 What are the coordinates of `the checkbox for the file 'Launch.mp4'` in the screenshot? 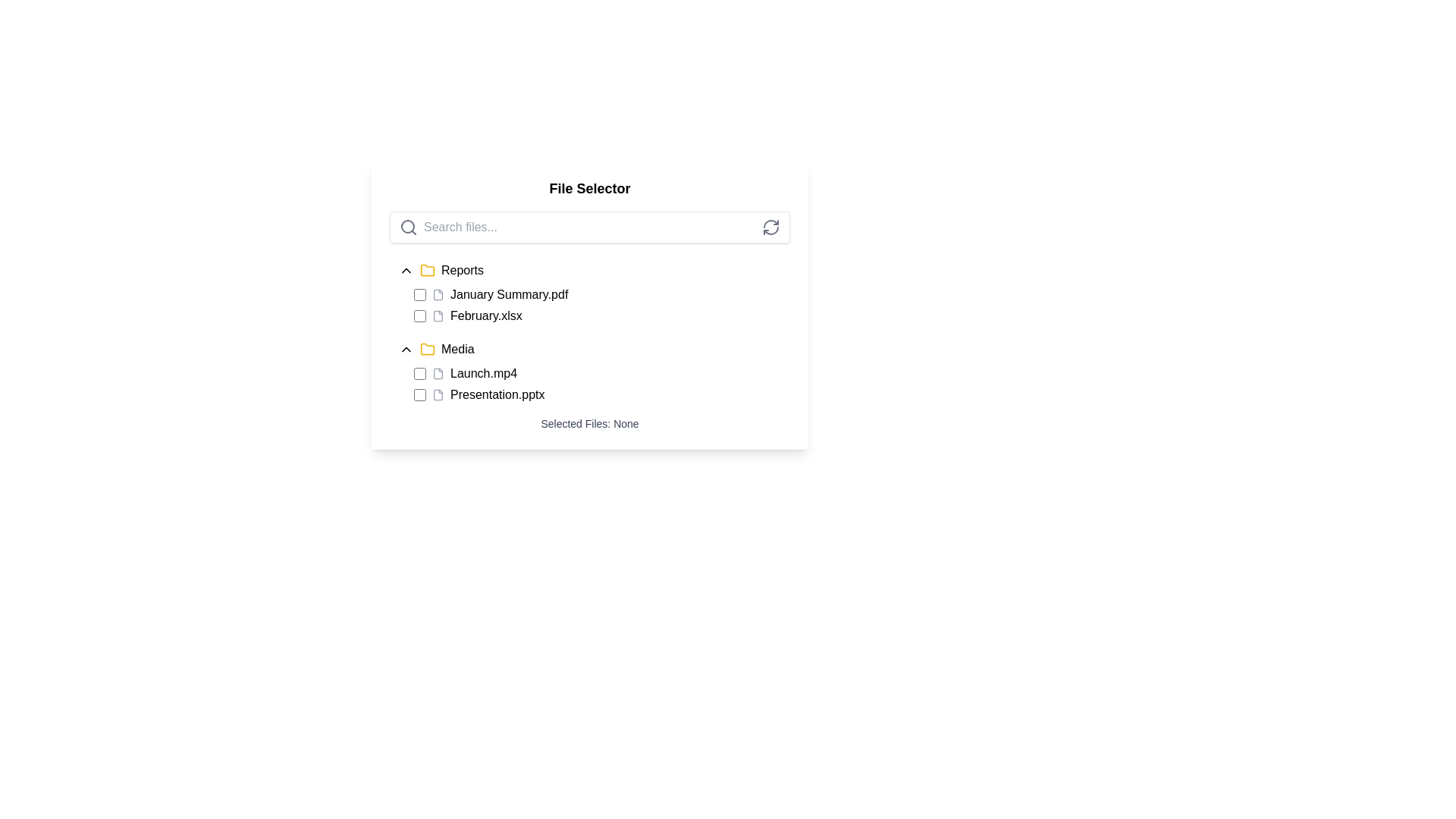 It's located at (419, 374).